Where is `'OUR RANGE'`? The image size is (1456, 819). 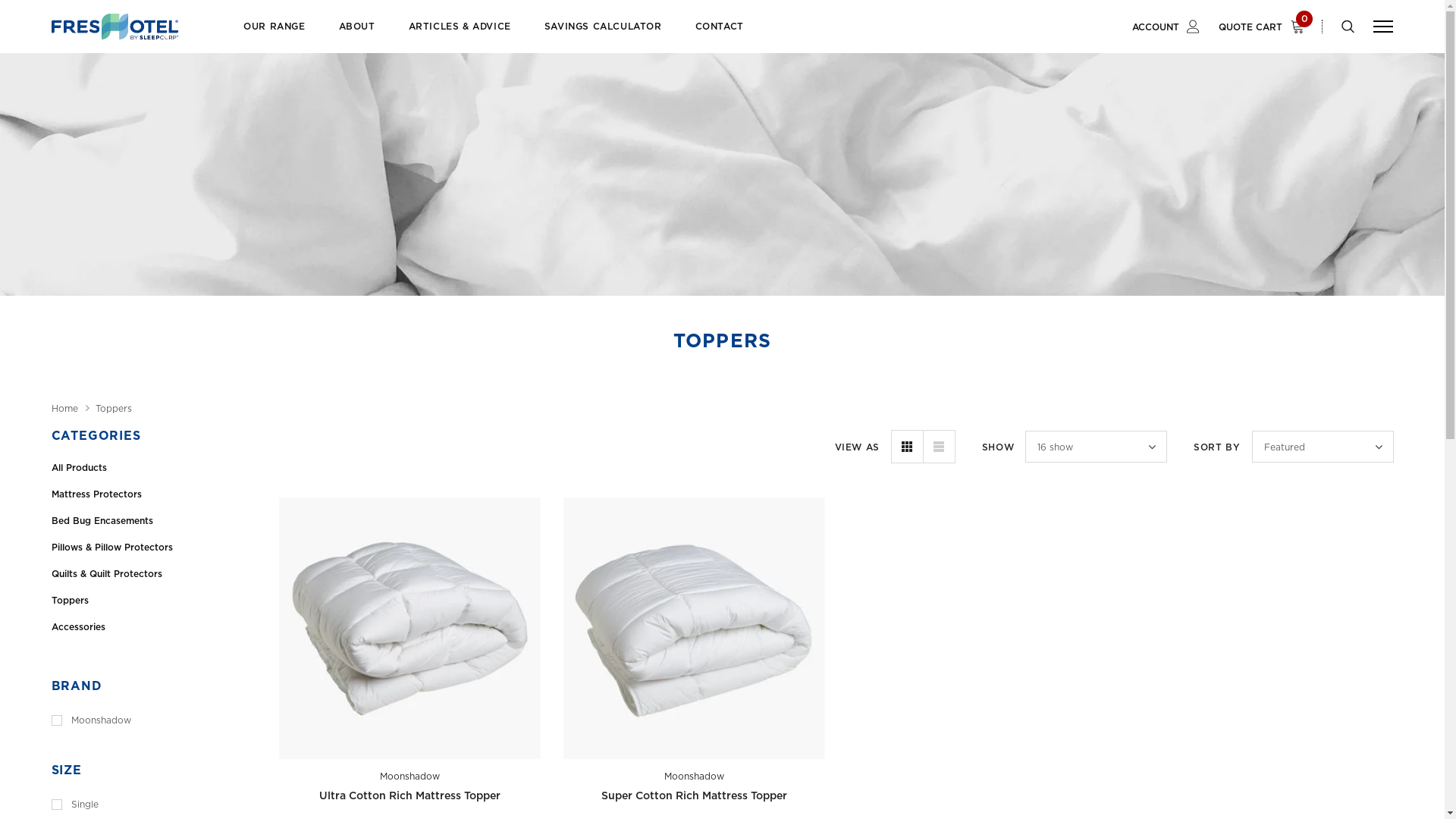 'OUR RANGE' is located at coordinates (274, 34).